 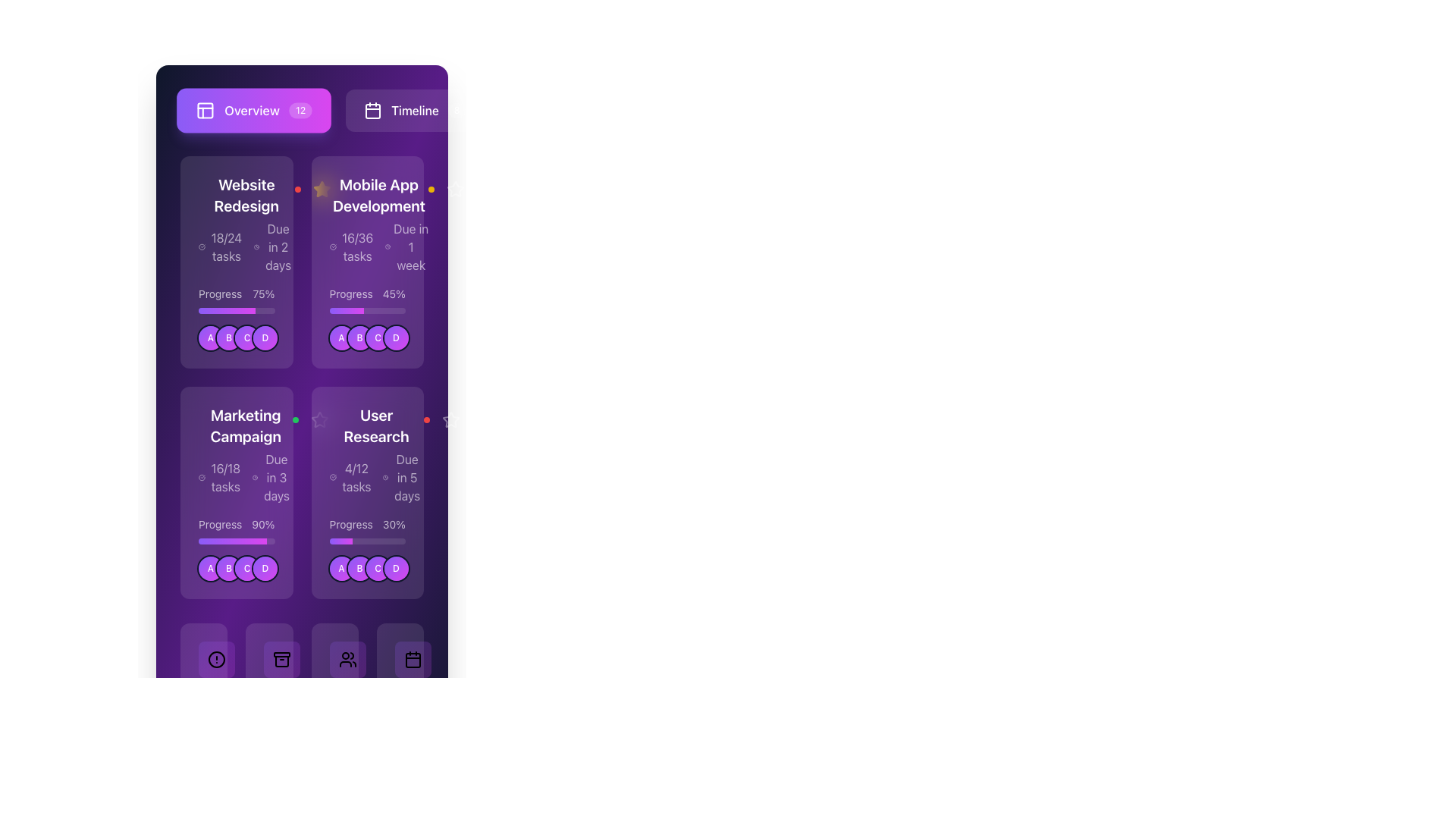 I want to click on circular avatar labeled 'D' with a gradient background transitioning from violet to fuchsia, located at the bottom section of the 'User Research' panel, so click(x=396, y=568).